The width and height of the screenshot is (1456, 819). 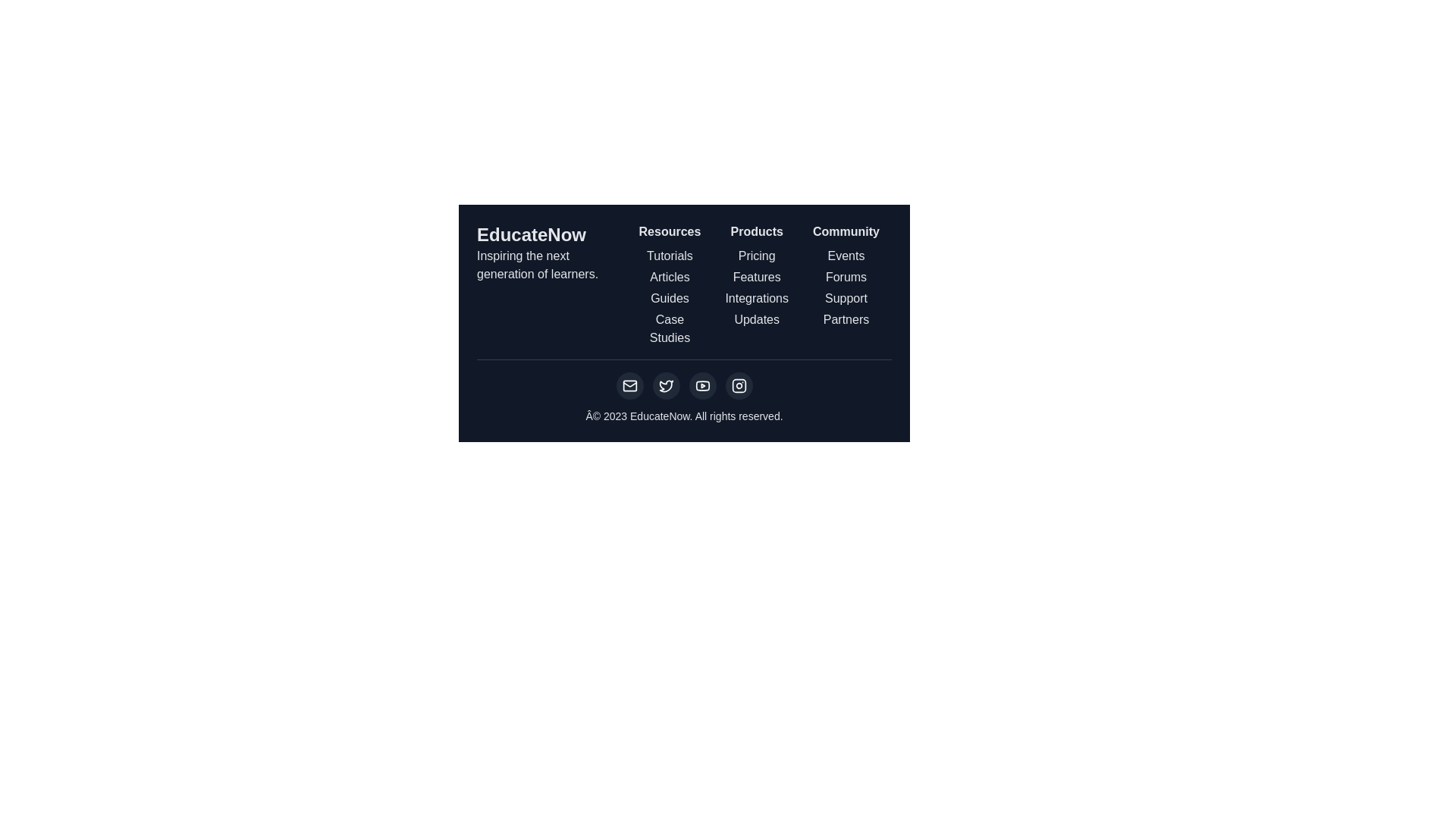 I want to click on the rightmost icon button for navigating to the Instagram page associated with the website, so click(x=739, y=385).